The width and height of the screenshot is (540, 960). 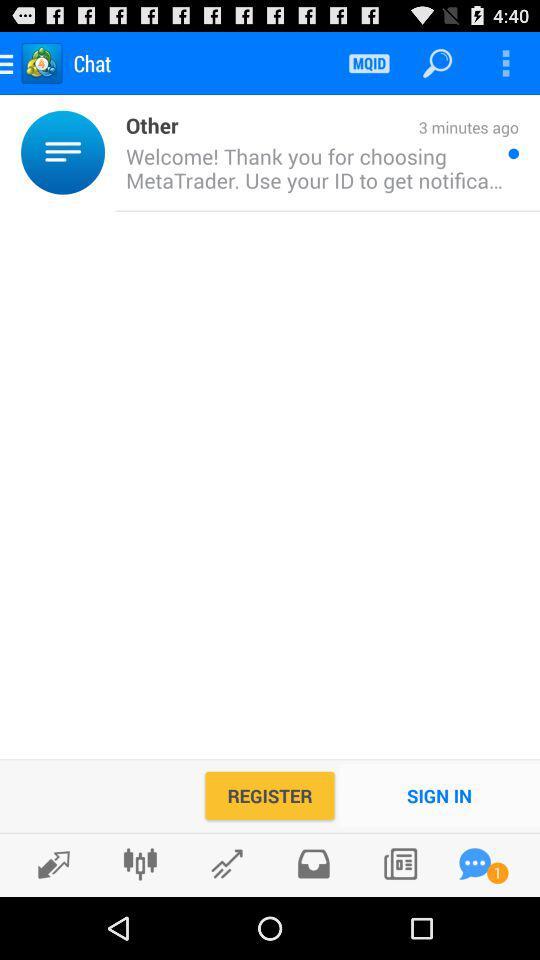 What do you see at coordinates (474, 924) in the screenshot?
I see `the chat icon` at bounding box center [474, 924].